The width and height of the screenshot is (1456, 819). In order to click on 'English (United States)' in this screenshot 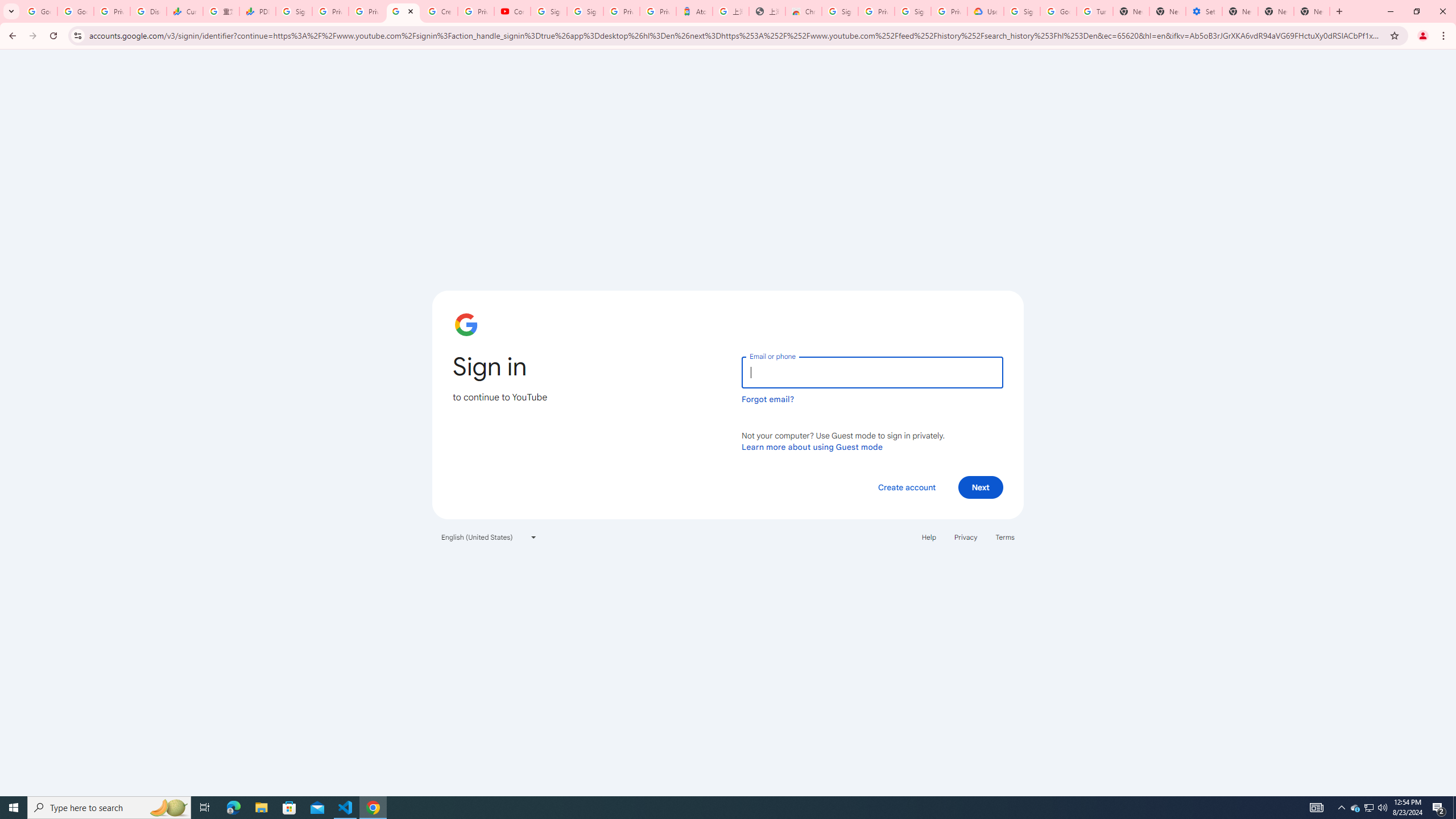, I will do `click(489, 536)`.